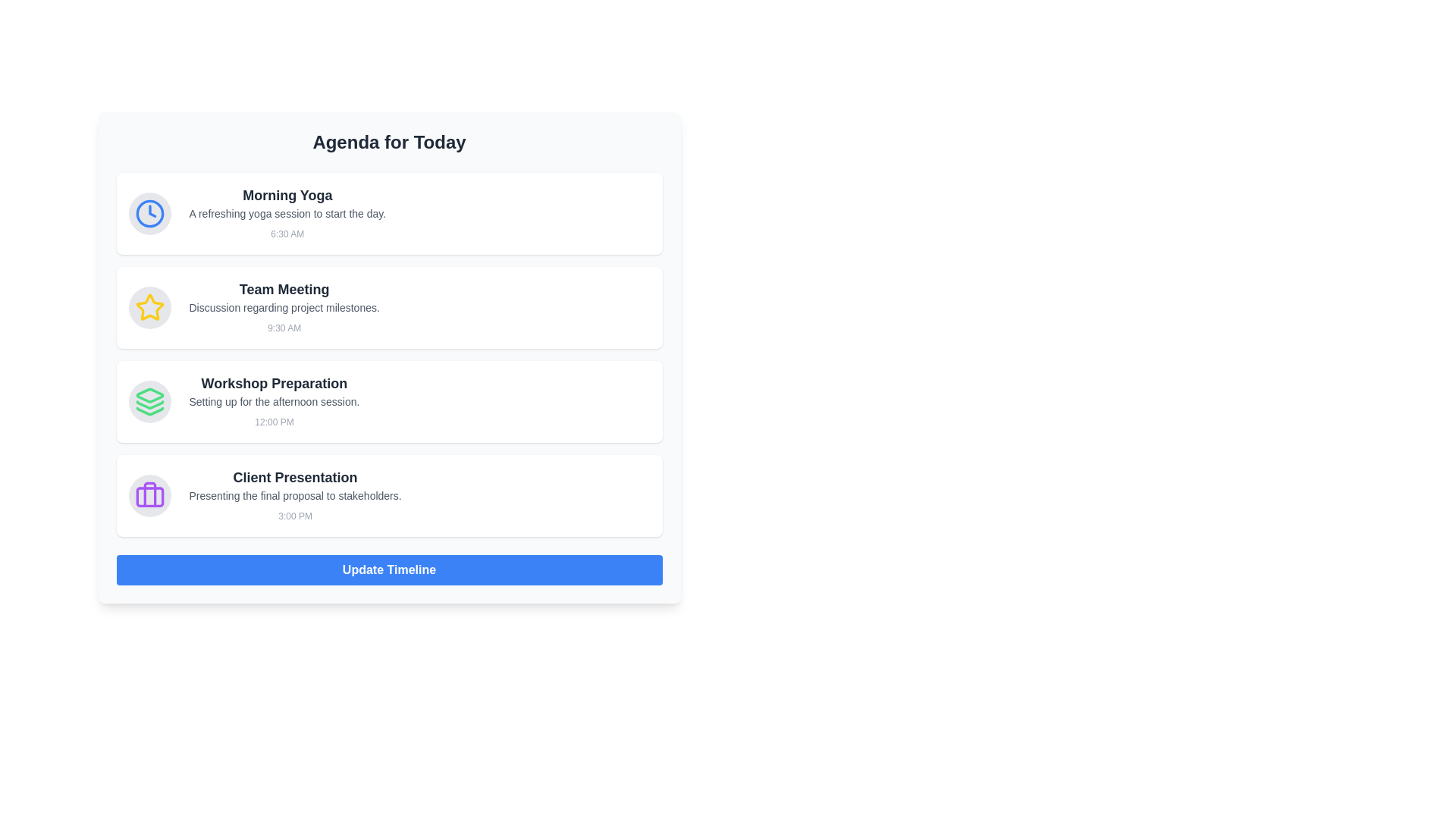 This screenshot has height=819, width=1456. What do you see at coordinates (389, 496) in the screenshot?
I see `information displayed on the event card titled 'Client Presentation', which includes a purple briefcase icon, title, description, and scheduled time, located as the fourth entry in the list of events` at bounding box center [389, 496].